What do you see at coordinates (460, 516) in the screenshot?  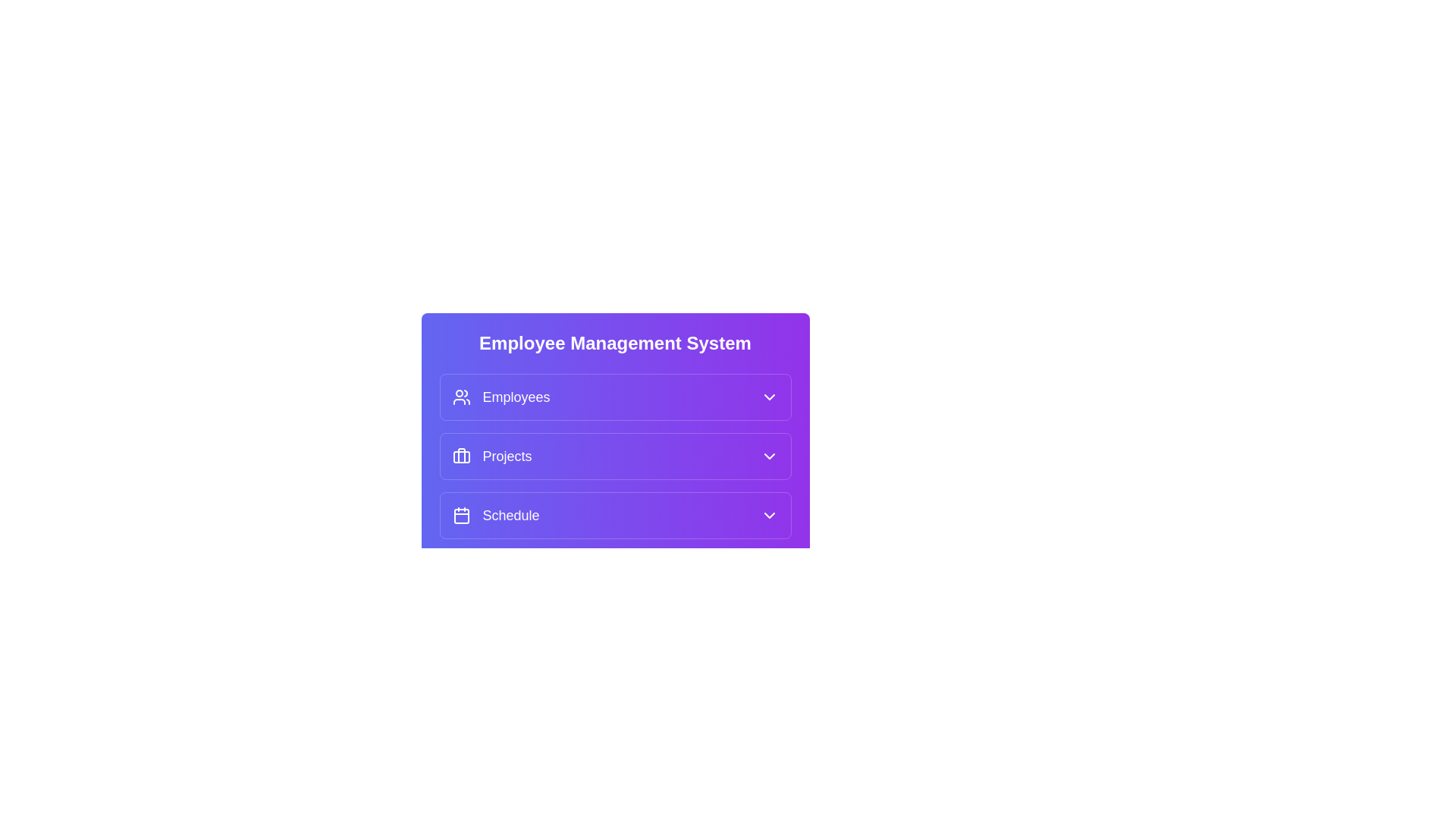 I see `the decorative SVG rectangle in the calendar icon located in the 'Schedule' row of the sidebar menu` at bounding box center [460, 516].